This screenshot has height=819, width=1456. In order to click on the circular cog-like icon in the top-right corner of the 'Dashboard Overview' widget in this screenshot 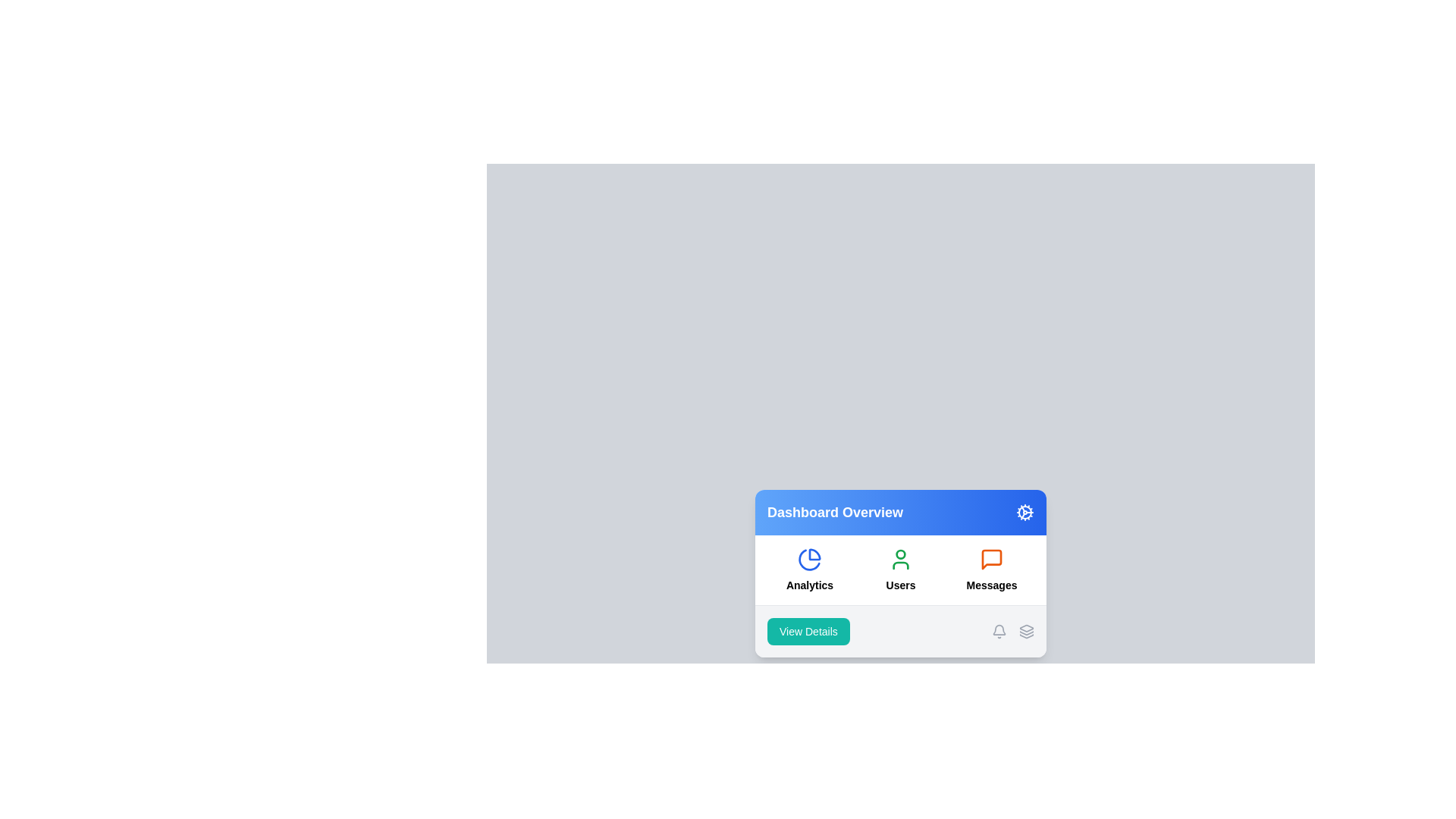, I will do `click(1025, 512)`.